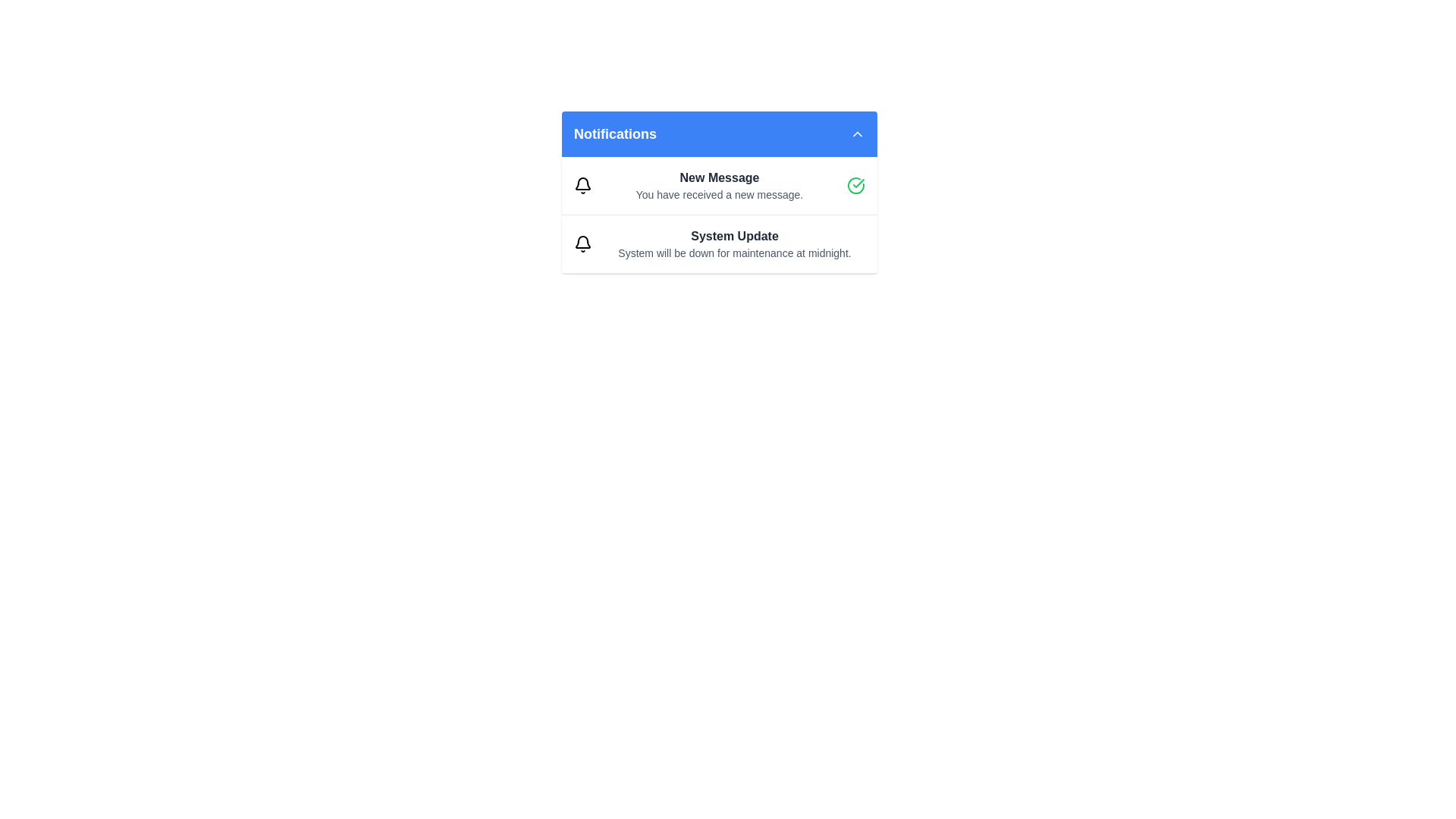 The width and height of the screenshot is (1456, 819). Describe the element at coordinates (582, 185) in the screenshot. I see `the bell icon representing new message notifications, located at the top-left corner of the notification card, aligned to the left of the text 'New Message.'` at that location.